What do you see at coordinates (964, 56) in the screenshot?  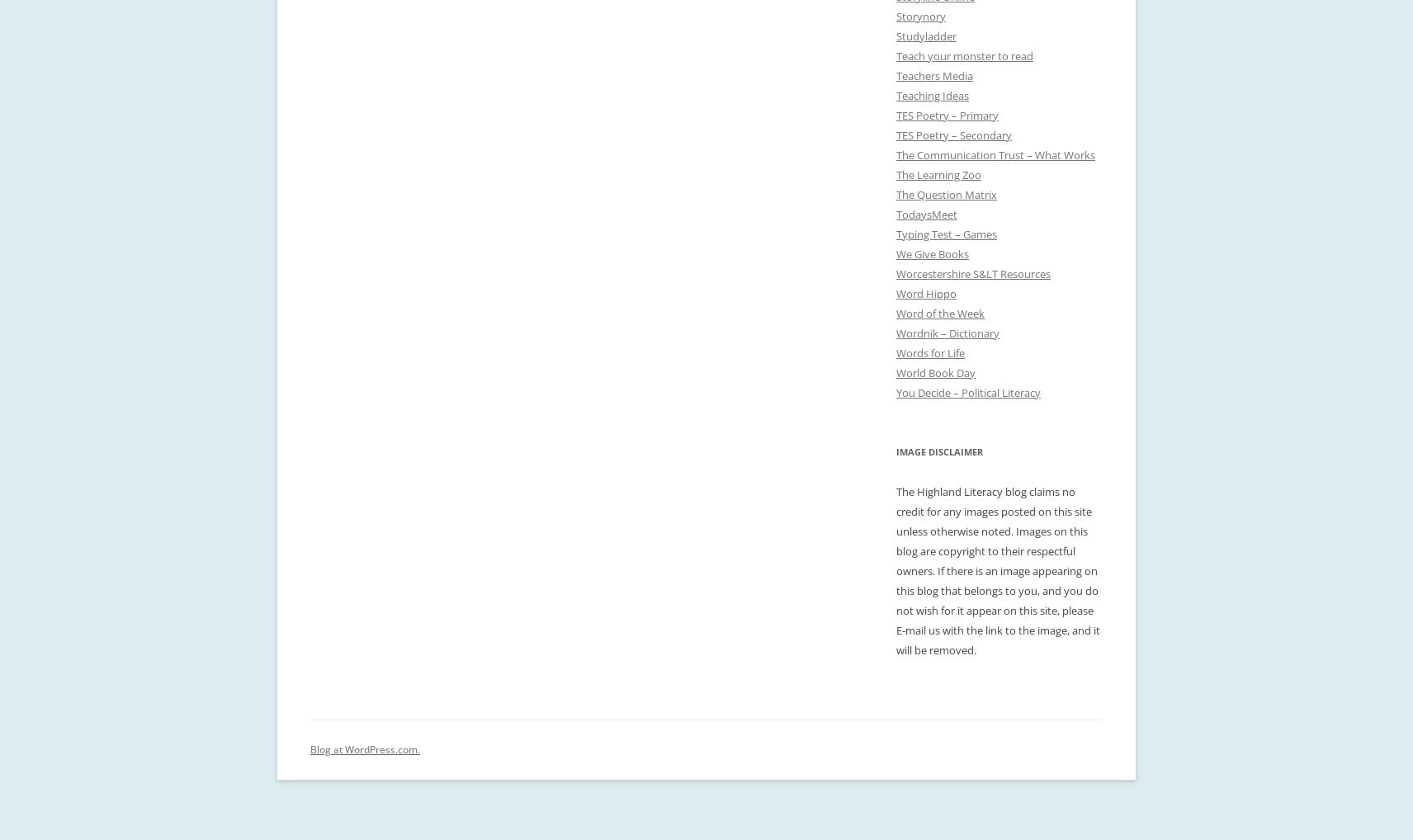 I see `'Teach your monster to read'` at bounding box center [964, 56].